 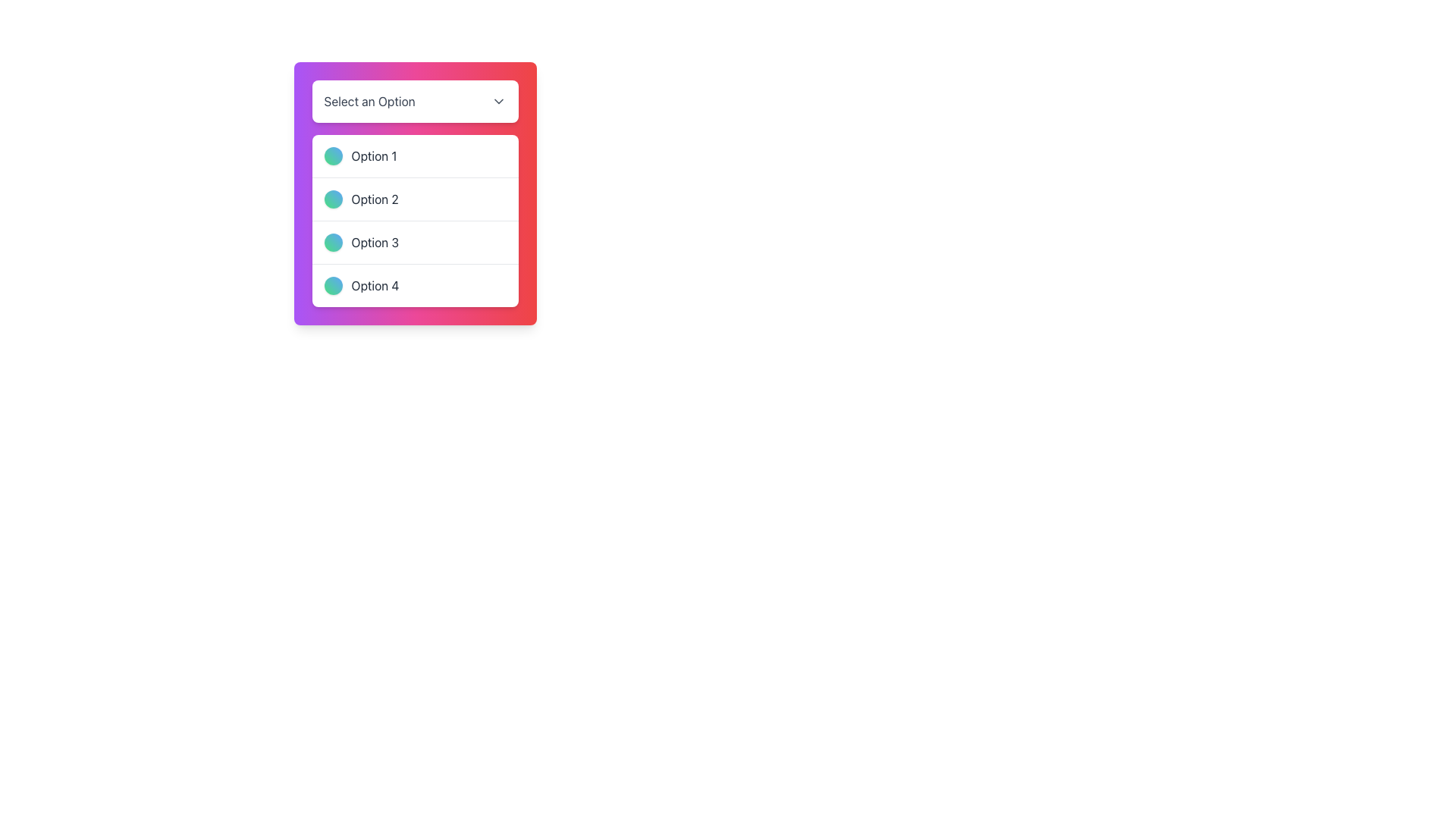 I want to click on the decorative icon for the menu option 'Option 3', which is the leftmost element in the third item of a vertical list under a dropdown menu, so click(x=332, y=242).